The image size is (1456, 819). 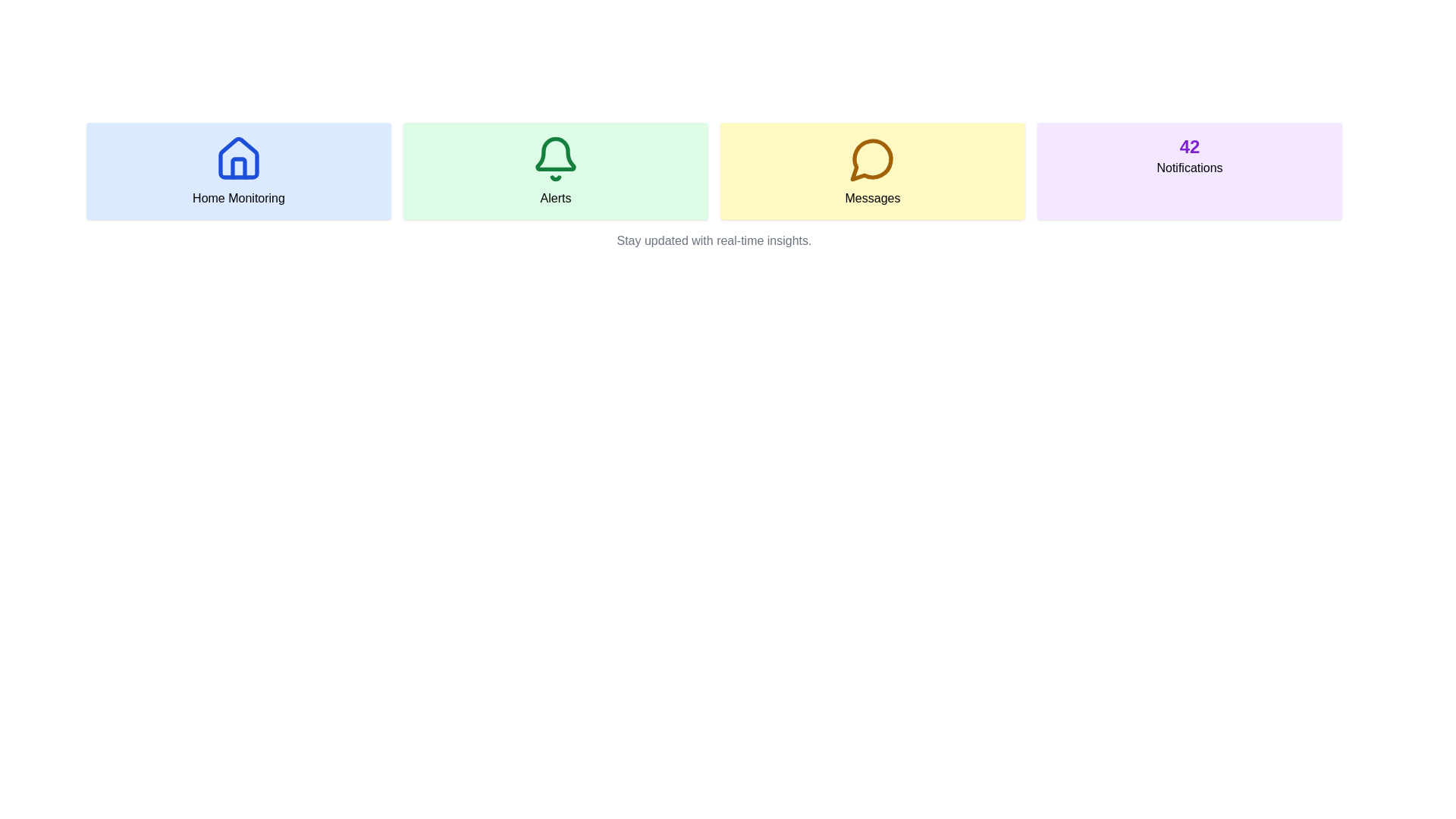 What do you see at coordinates (555, 171) in the screenshot?
I see `the 'Alerts' informational card, which is the second card in a four-card grid layout, positioned between the 'Home Monitoring' and 'Messages' cards` at bounding box center [555, 171].